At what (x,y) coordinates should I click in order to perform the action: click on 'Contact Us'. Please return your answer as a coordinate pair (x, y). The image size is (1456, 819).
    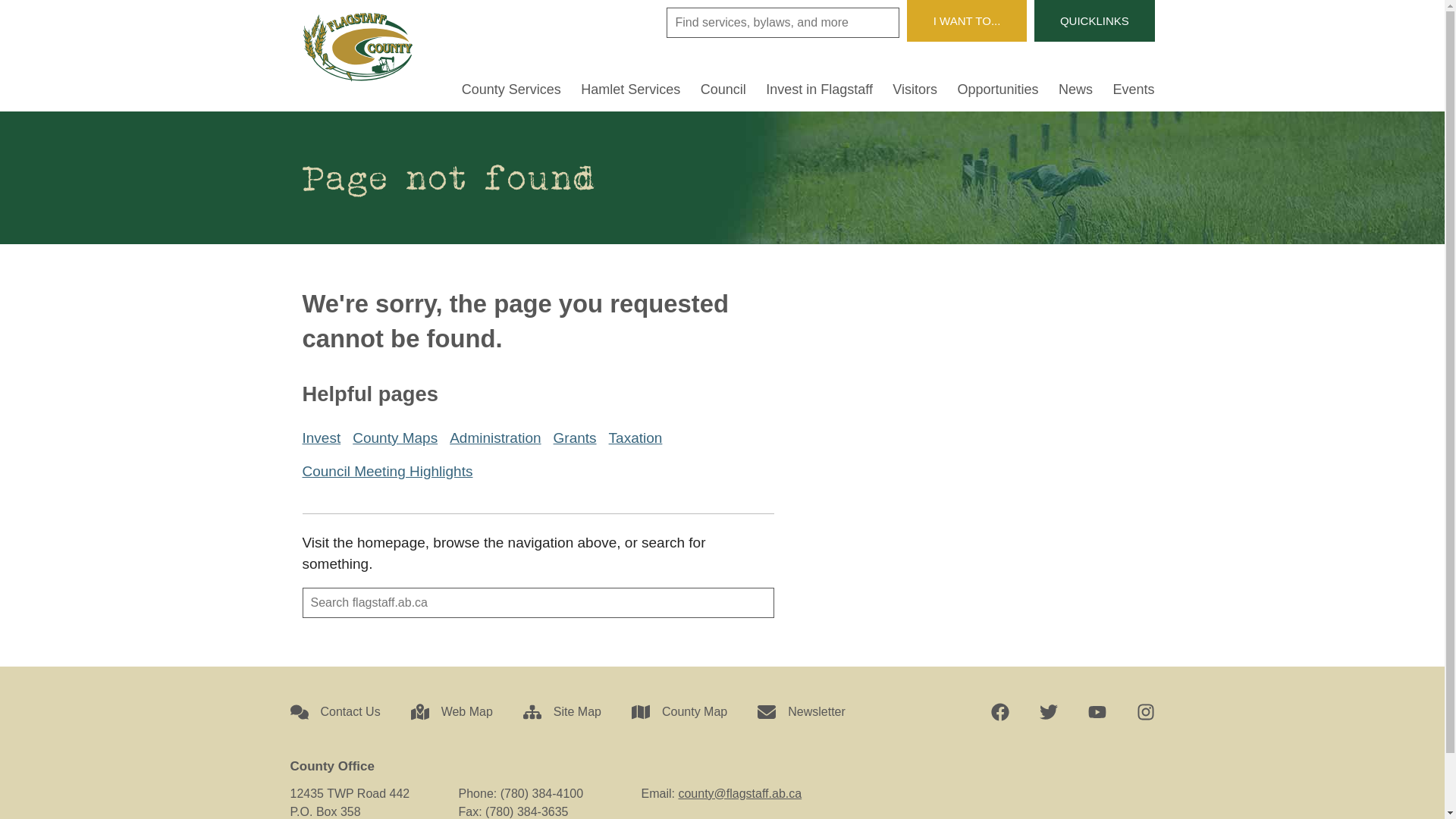
    Looking at the image, I should click on (334, 711).